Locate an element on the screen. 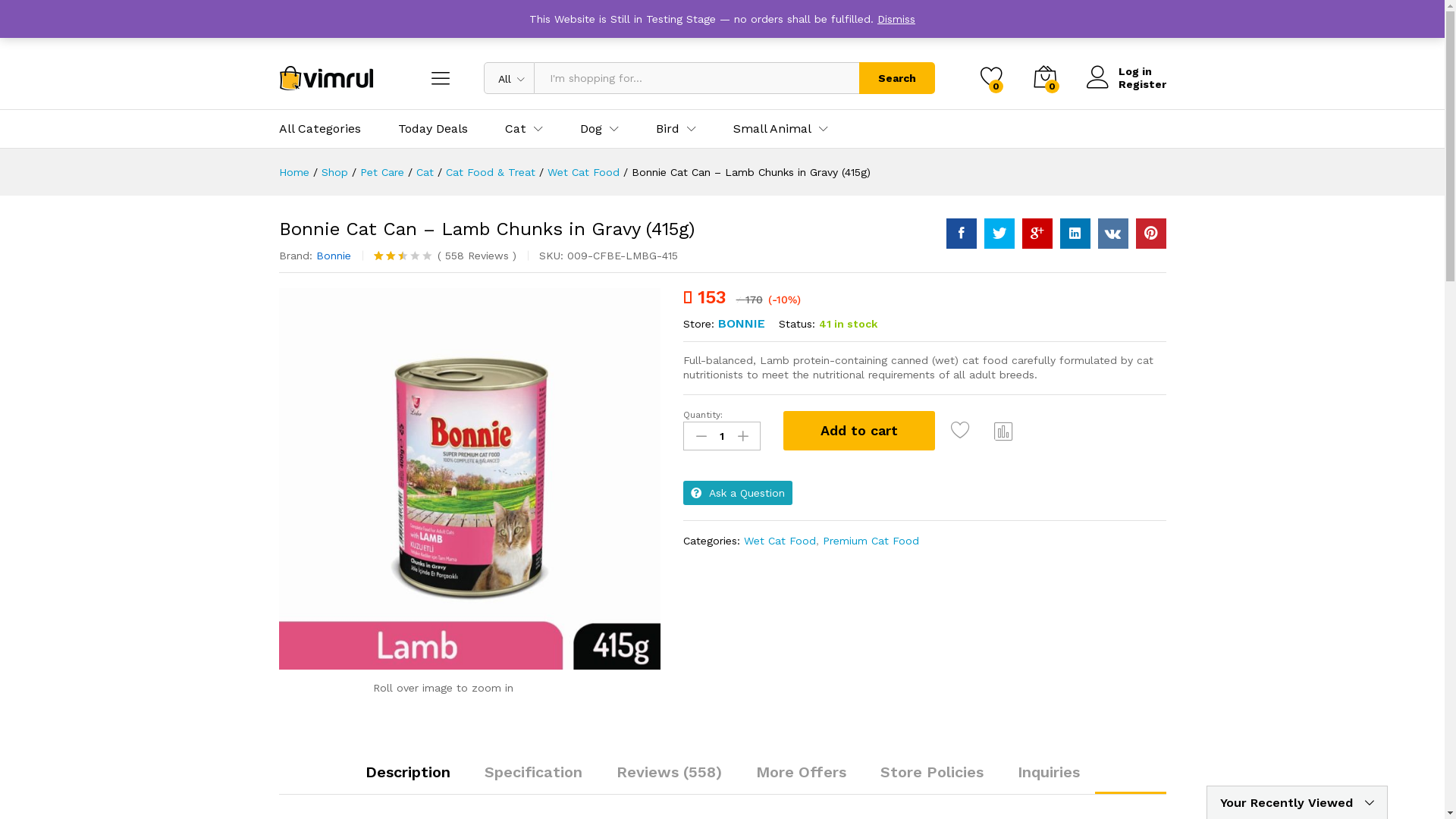 The image size is (1456, 819). 'Home' is located at coordinates (294, 171).